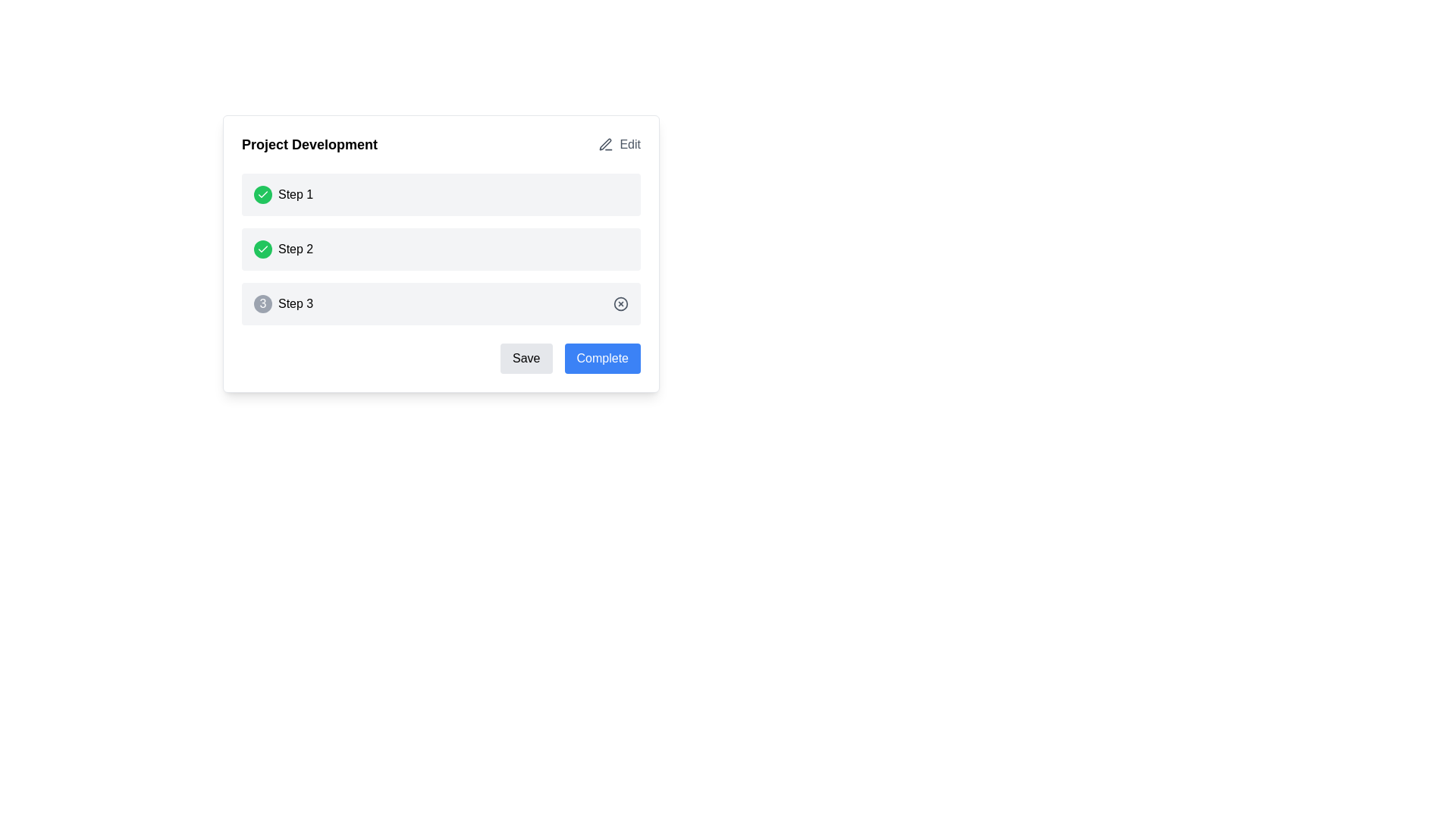 Image resolution: width=1456 pixels, height=819 pixels. What do you see at coordinates (284, 194) in the screenshot?
I see `label 'Step 1' from the Status Indicator with Label that contains a green check icon and is positioned at the top of the Project Development steps list` at bounding box center [284, 194].